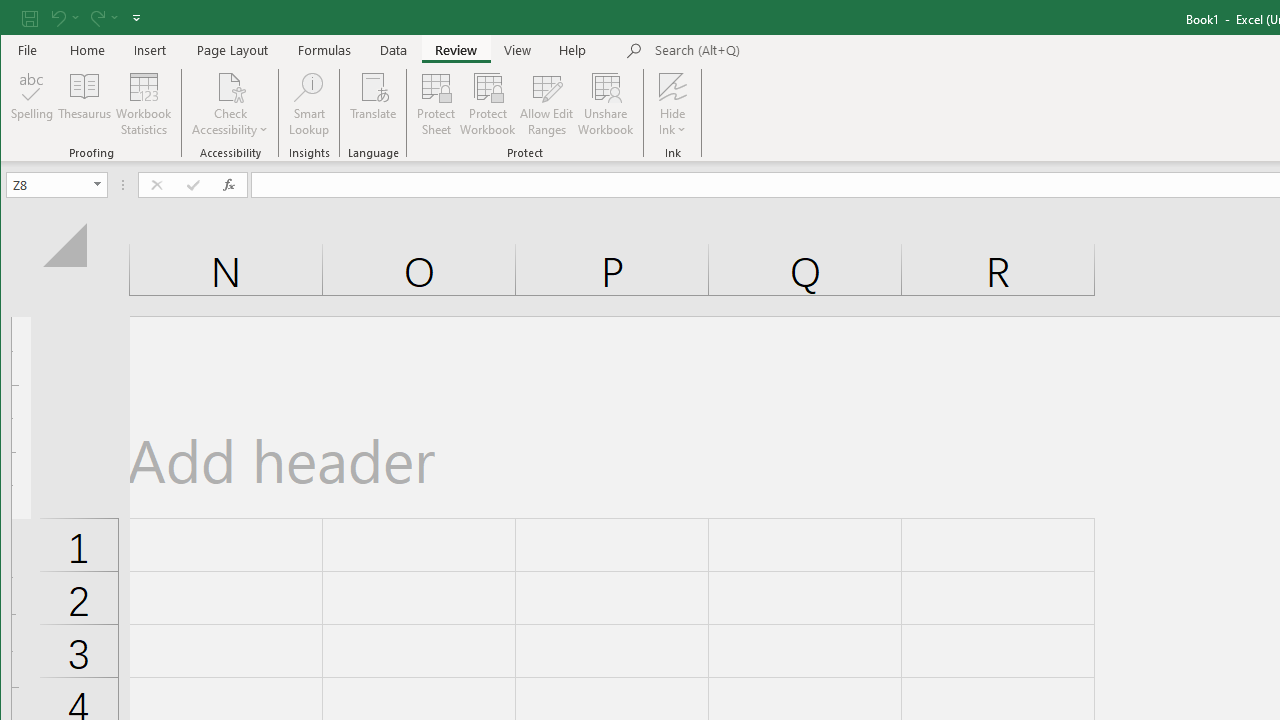 The height and width of the screenshot is (720, 1280). Describe the element at coordinates (325, 49) in the screenshot. I see `'Formulas'` at that location.